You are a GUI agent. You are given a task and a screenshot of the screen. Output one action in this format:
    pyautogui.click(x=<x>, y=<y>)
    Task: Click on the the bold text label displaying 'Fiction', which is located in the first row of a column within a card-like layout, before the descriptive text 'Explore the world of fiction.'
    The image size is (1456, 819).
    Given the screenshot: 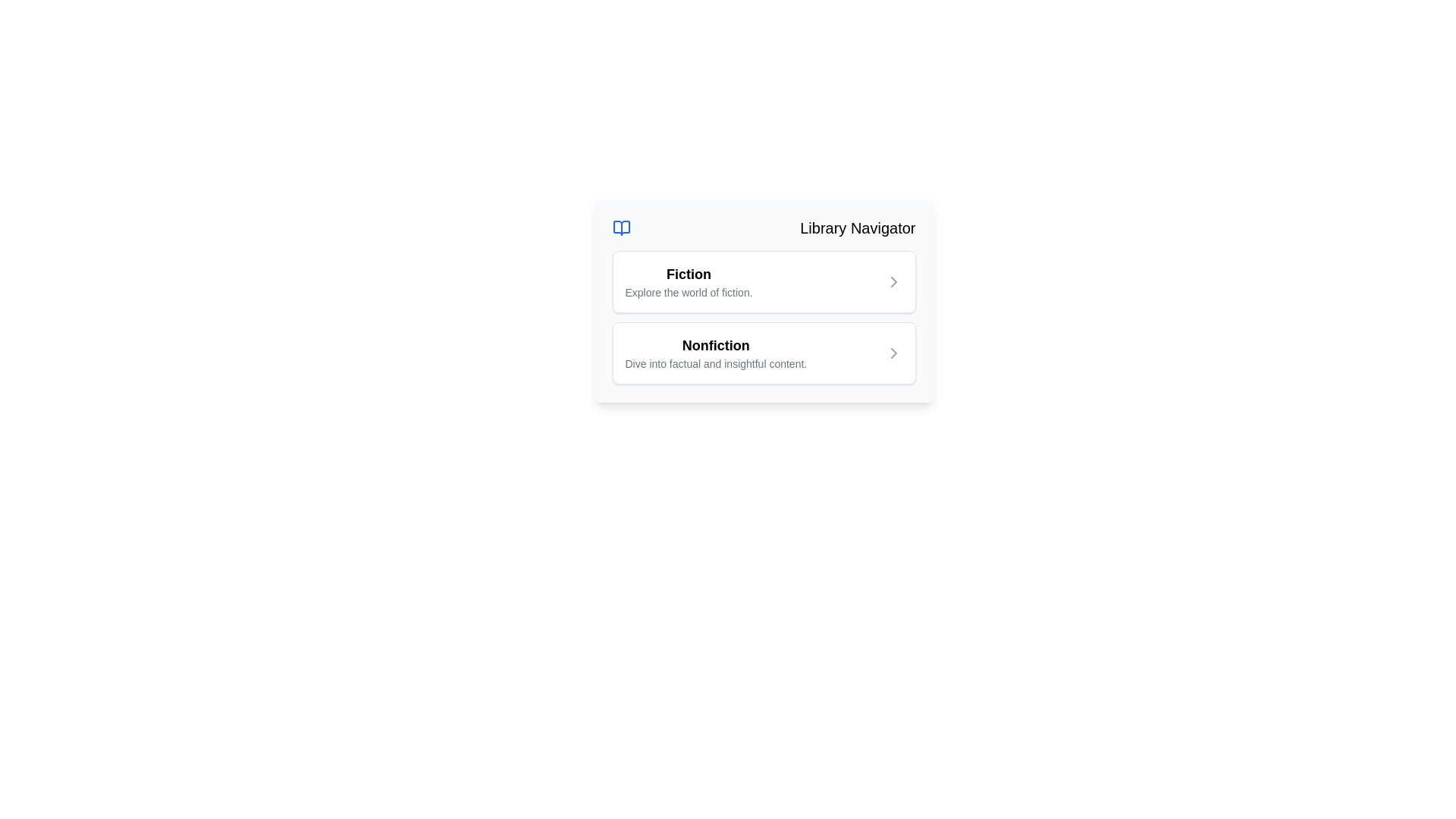 What is the action you would take?
    pyautogui.click(x=688, y=275)
    